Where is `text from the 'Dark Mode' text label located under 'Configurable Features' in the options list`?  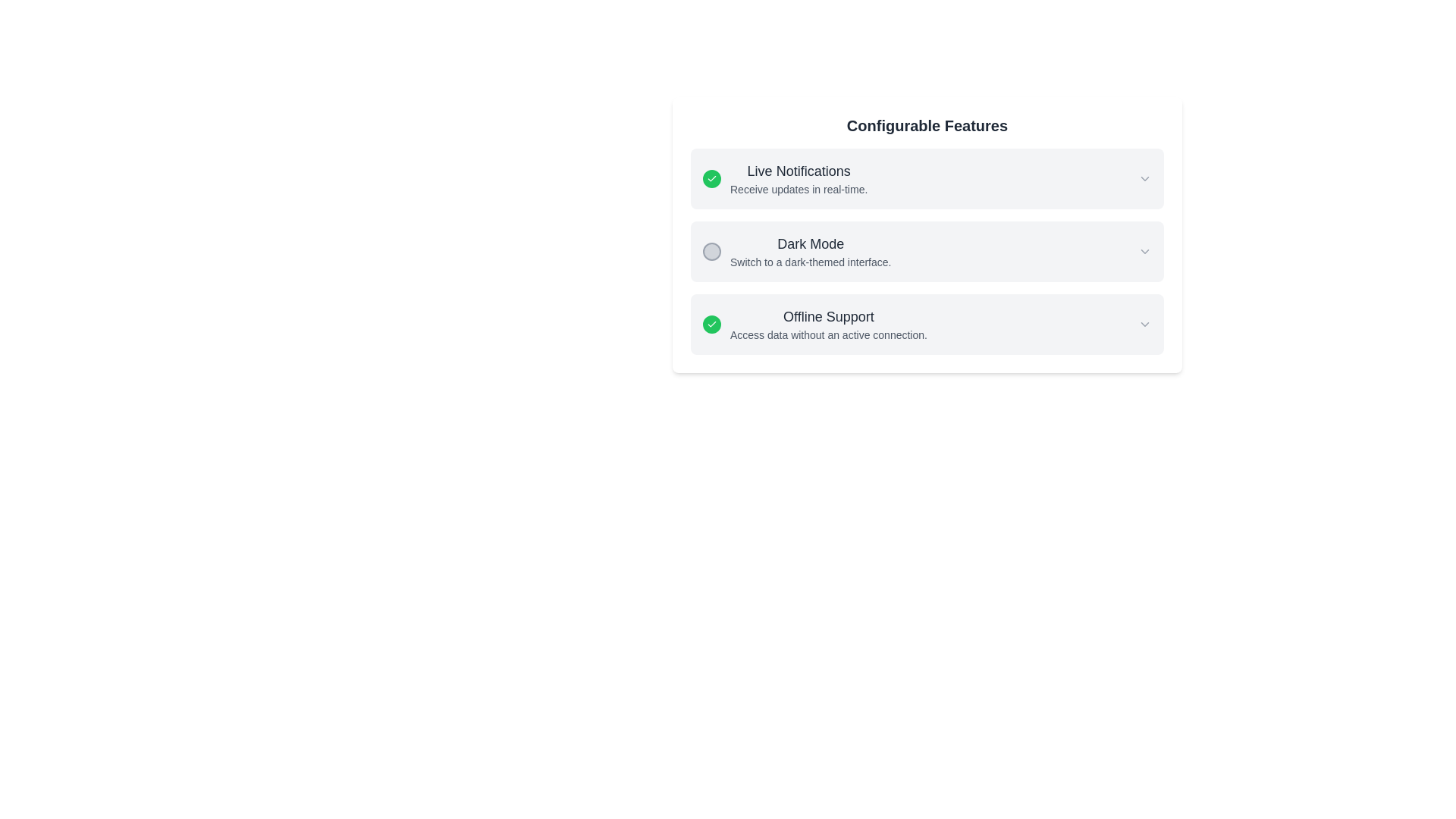
text from the 'Dark Mode' text label located under 'Configurable Features' in the options list is located at coordinates (810, 250).